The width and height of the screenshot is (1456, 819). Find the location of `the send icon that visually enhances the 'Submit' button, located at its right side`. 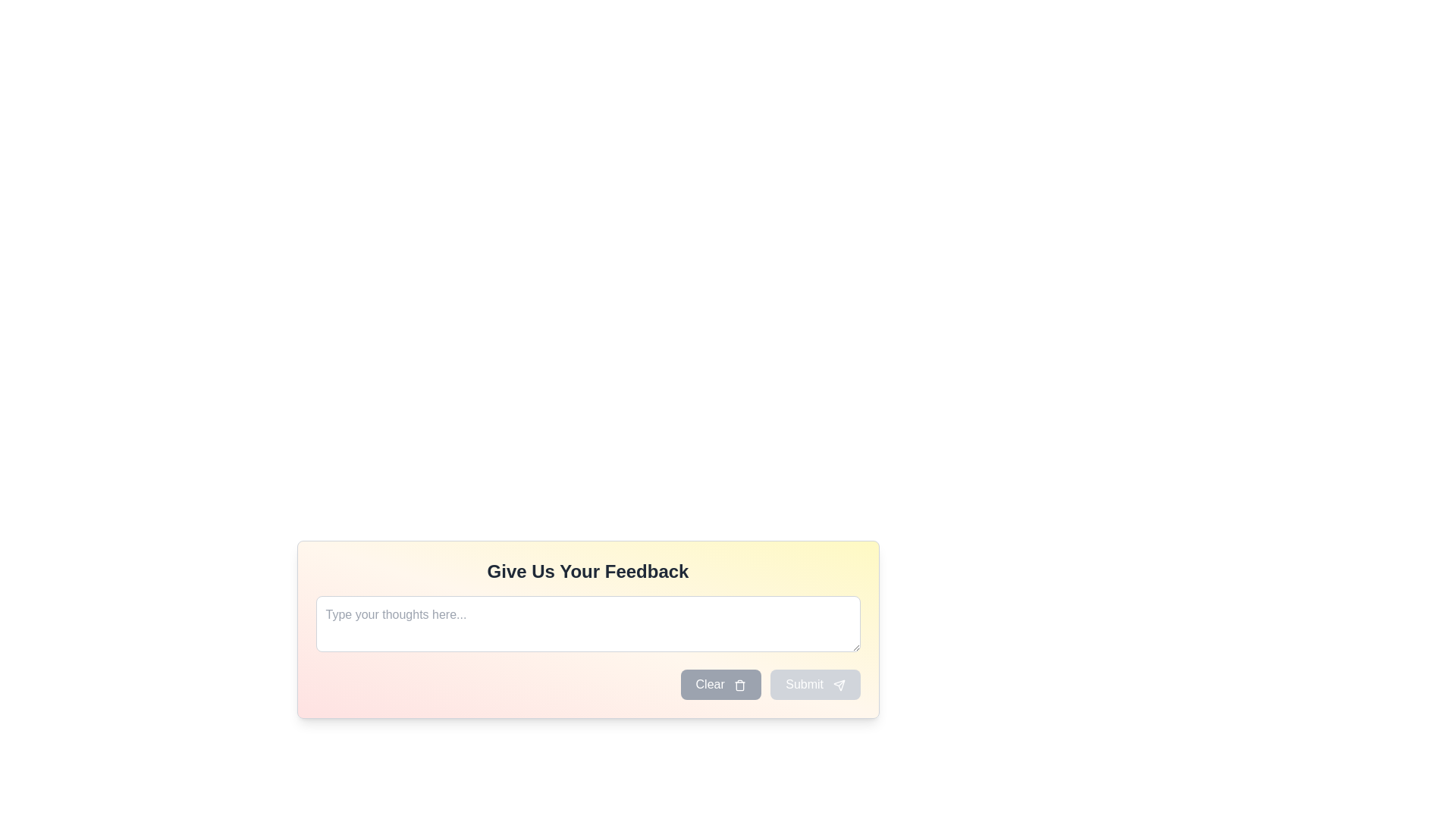

the send icon that visually enhances the 'Submit' button, located at its right side is located at coordinates (838, 685).